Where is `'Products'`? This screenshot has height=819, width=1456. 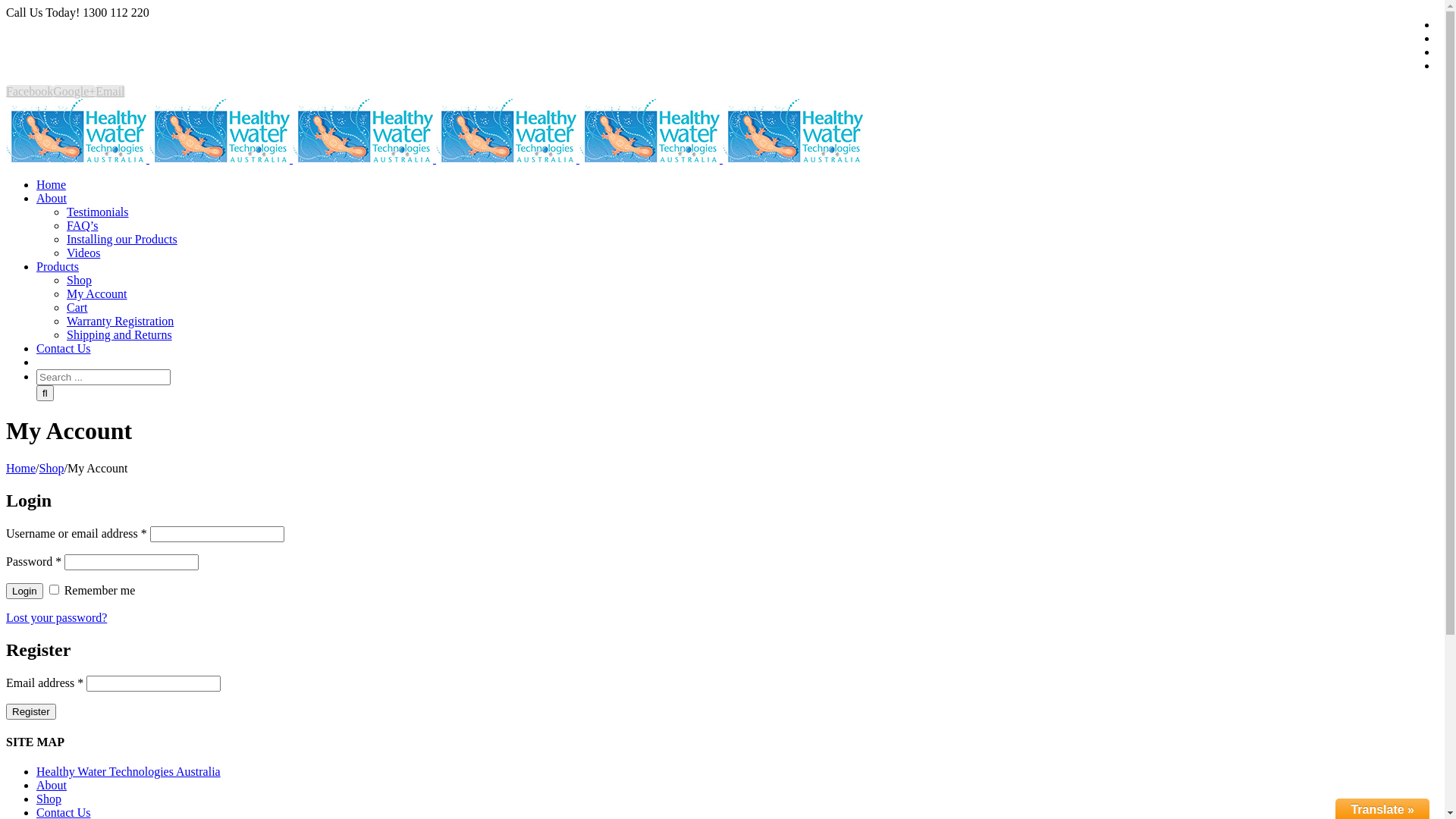
'Products' is located at coordinates (58, 265).